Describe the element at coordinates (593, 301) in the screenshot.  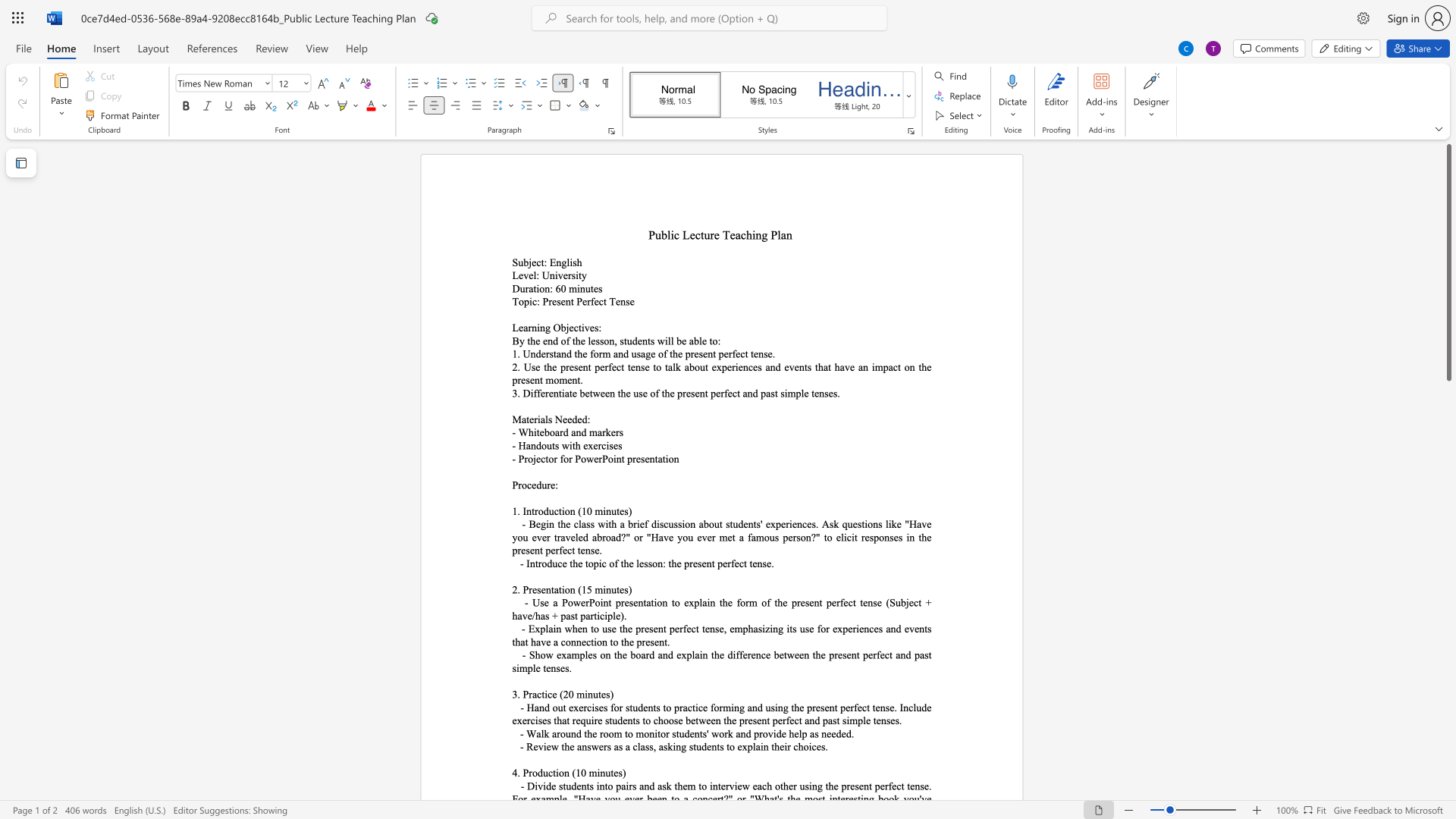
I see `the space between the continuous character "f" and "e" in the text` at that location.